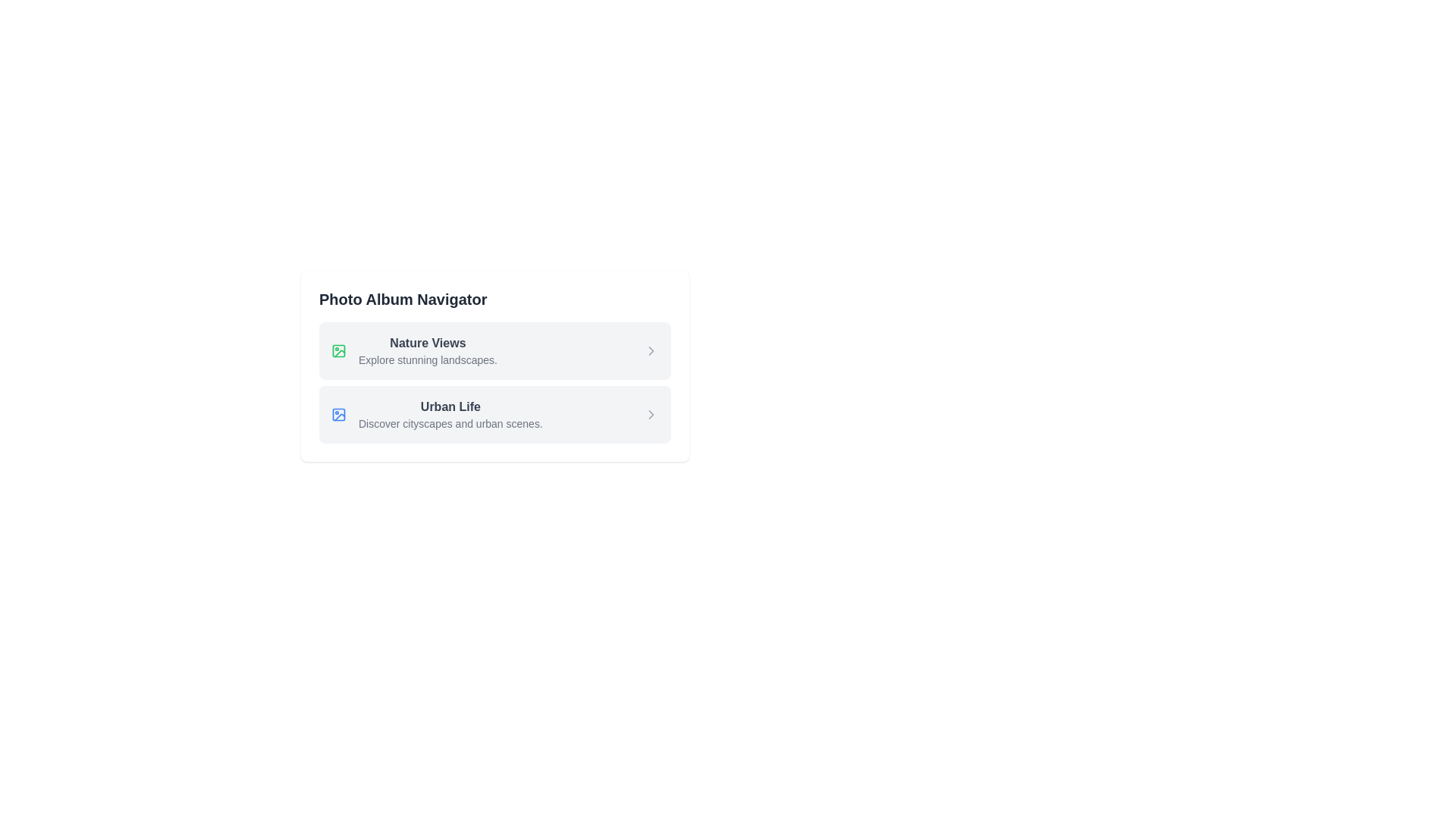 The image size is (1456, 819). Describe the element at coordinates (450, 415) in the screenshot. I see `the second navigation option titled 'Photo Album Navigator'` at that location.